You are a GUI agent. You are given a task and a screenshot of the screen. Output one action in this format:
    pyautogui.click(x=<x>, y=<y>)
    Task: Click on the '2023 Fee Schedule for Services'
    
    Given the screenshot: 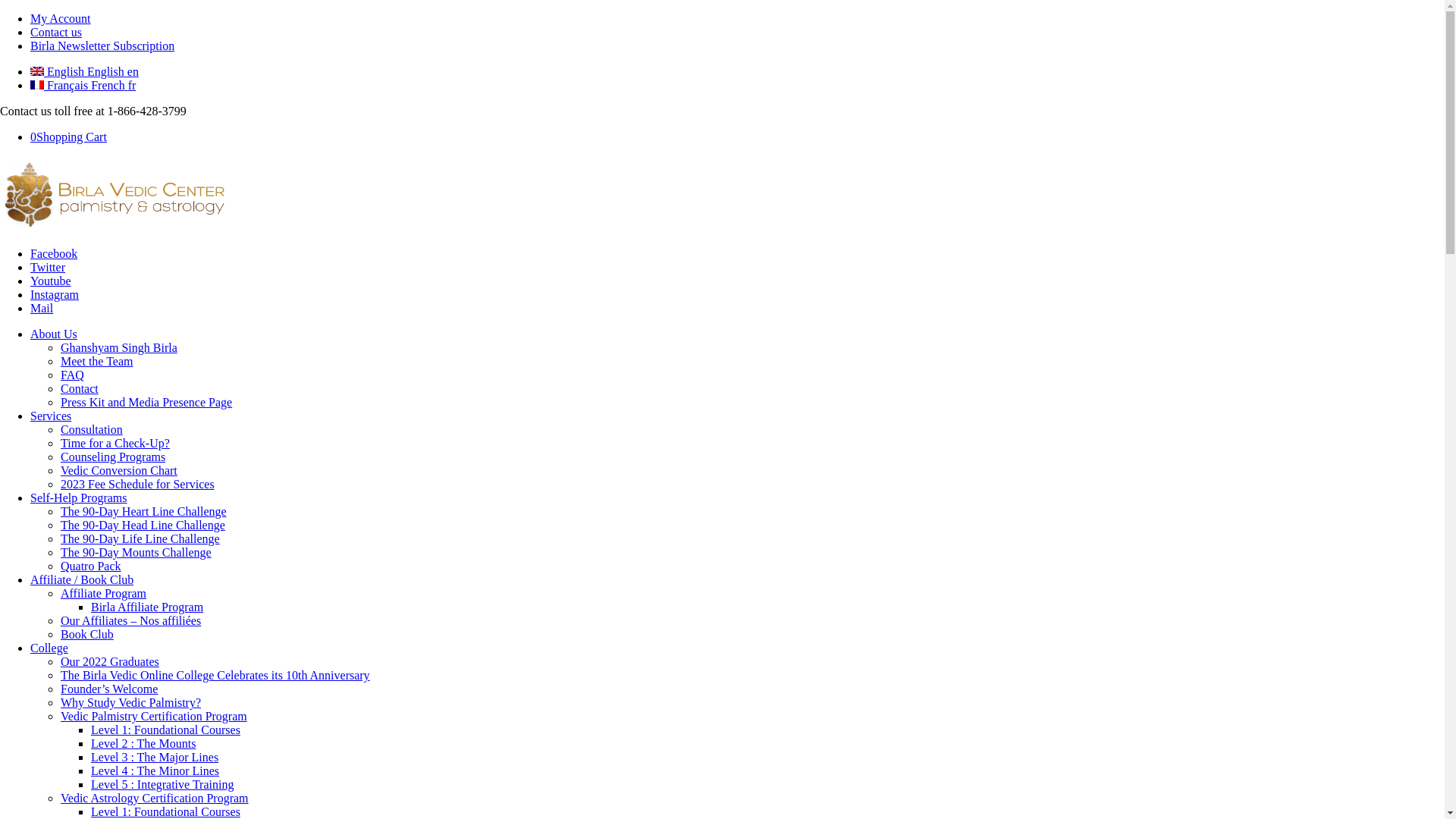 What is the action you would take?
    pyautogui.click(x=137, y=484)
    